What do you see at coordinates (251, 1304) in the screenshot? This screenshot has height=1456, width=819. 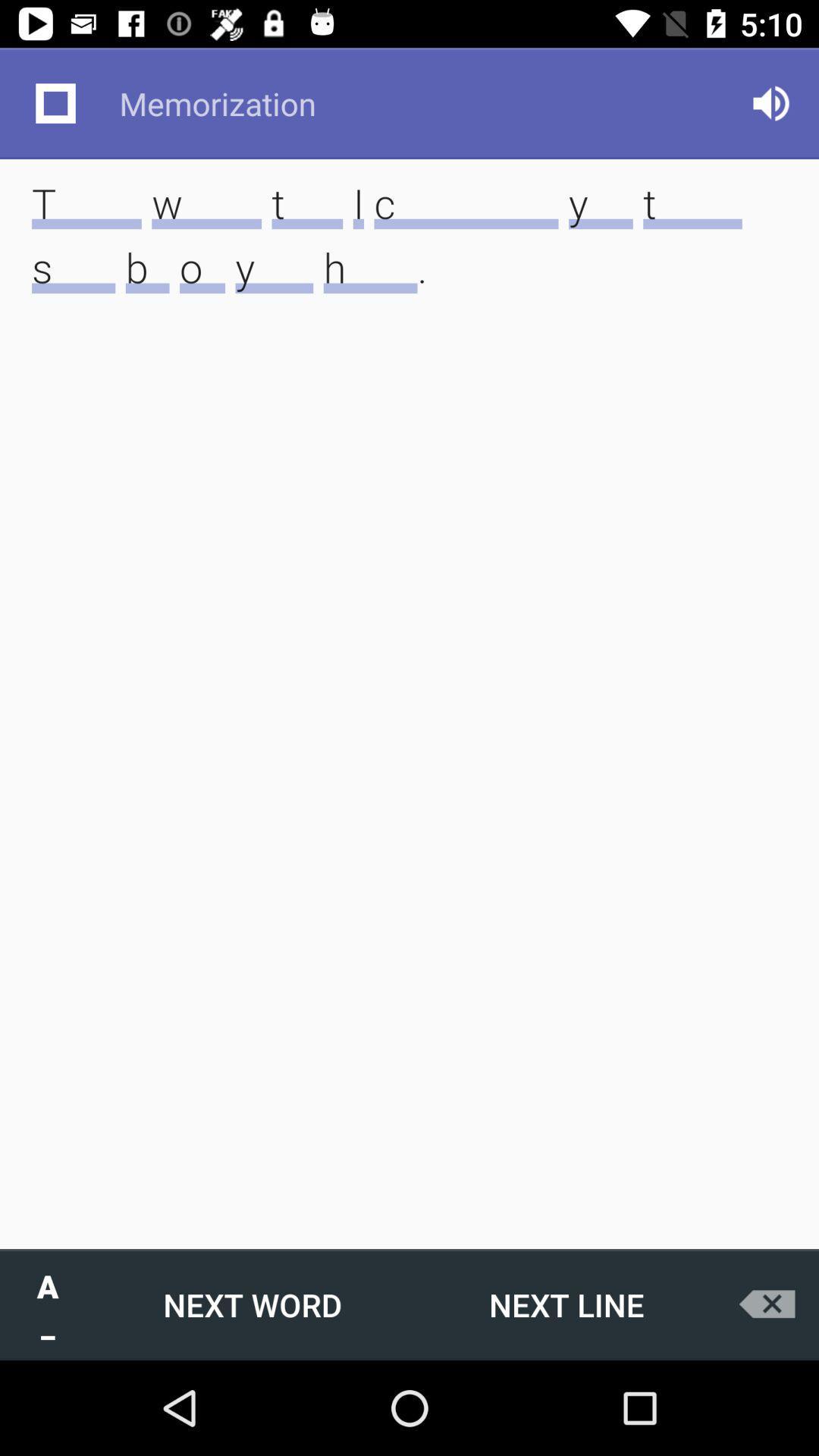 I see `the icon next to the a` at bounding box center [251, 1304].